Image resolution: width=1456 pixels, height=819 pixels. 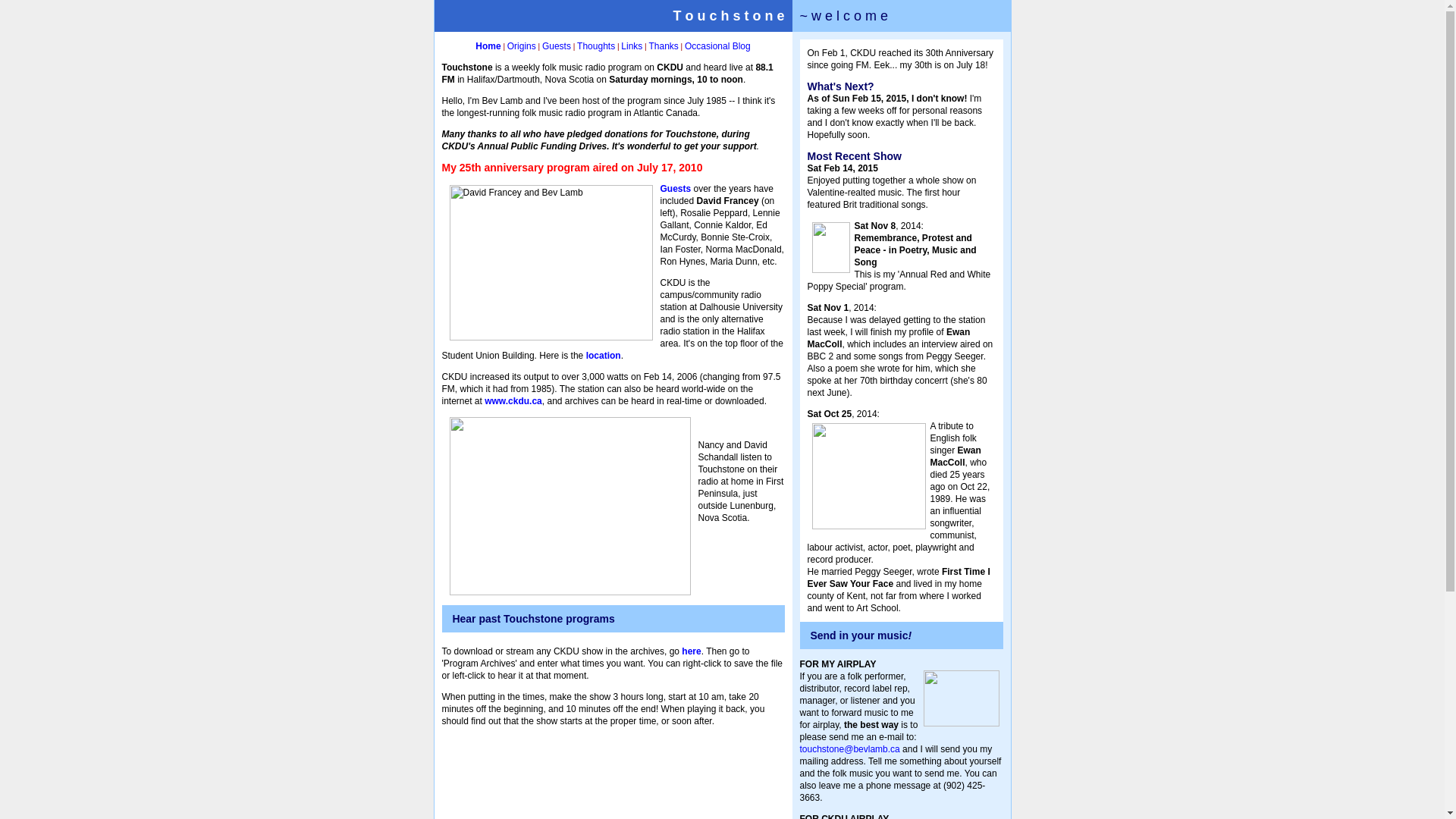 I want to click on 'Links', so click(x=632, y=45).